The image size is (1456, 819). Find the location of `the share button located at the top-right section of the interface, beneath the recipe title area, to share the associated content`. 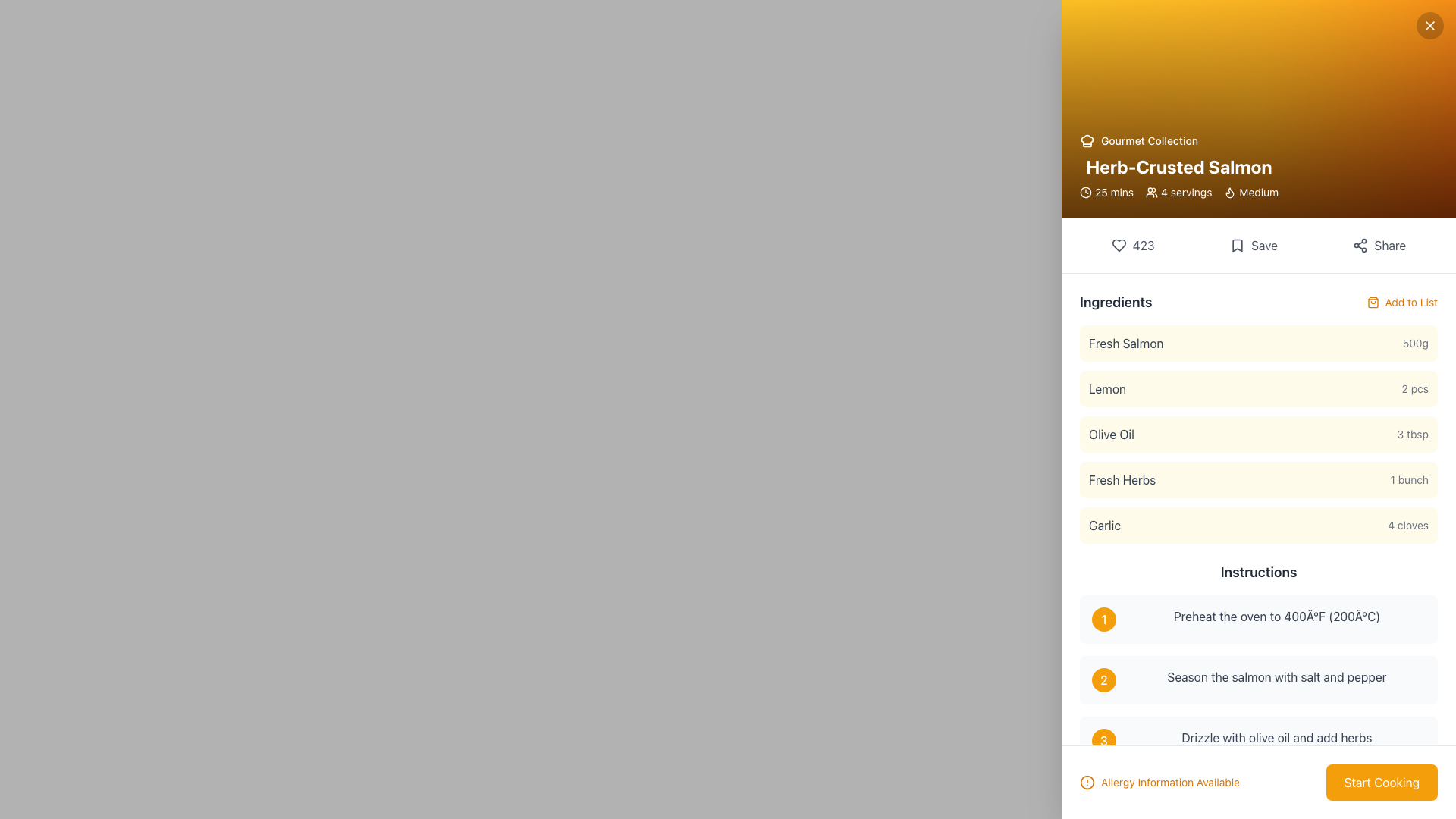

the share button located at the top-right section of the interface, beneath the recipe title area, to share the associated content is located at coordinates (1379, 245).